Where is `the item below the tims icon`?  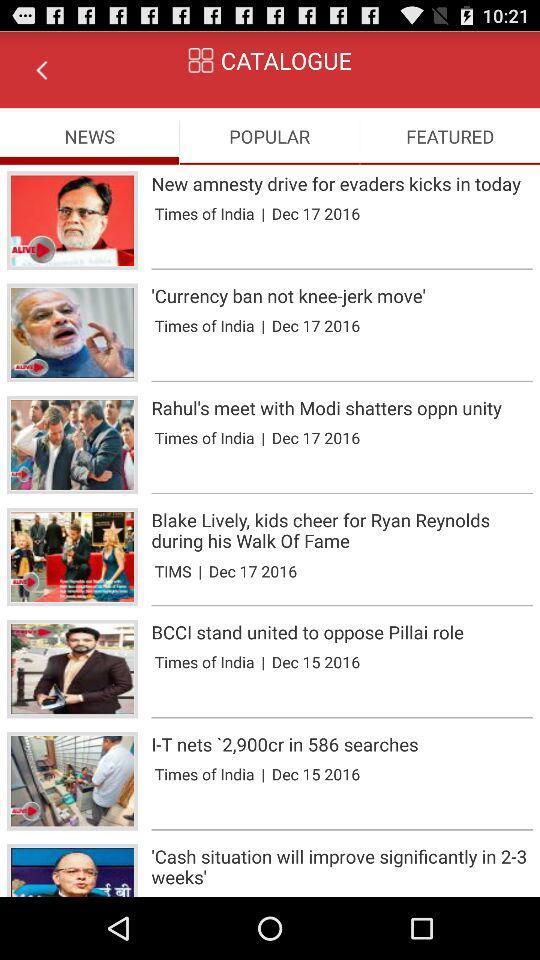 the item below the tims icon is located at coordinates (341, 604).